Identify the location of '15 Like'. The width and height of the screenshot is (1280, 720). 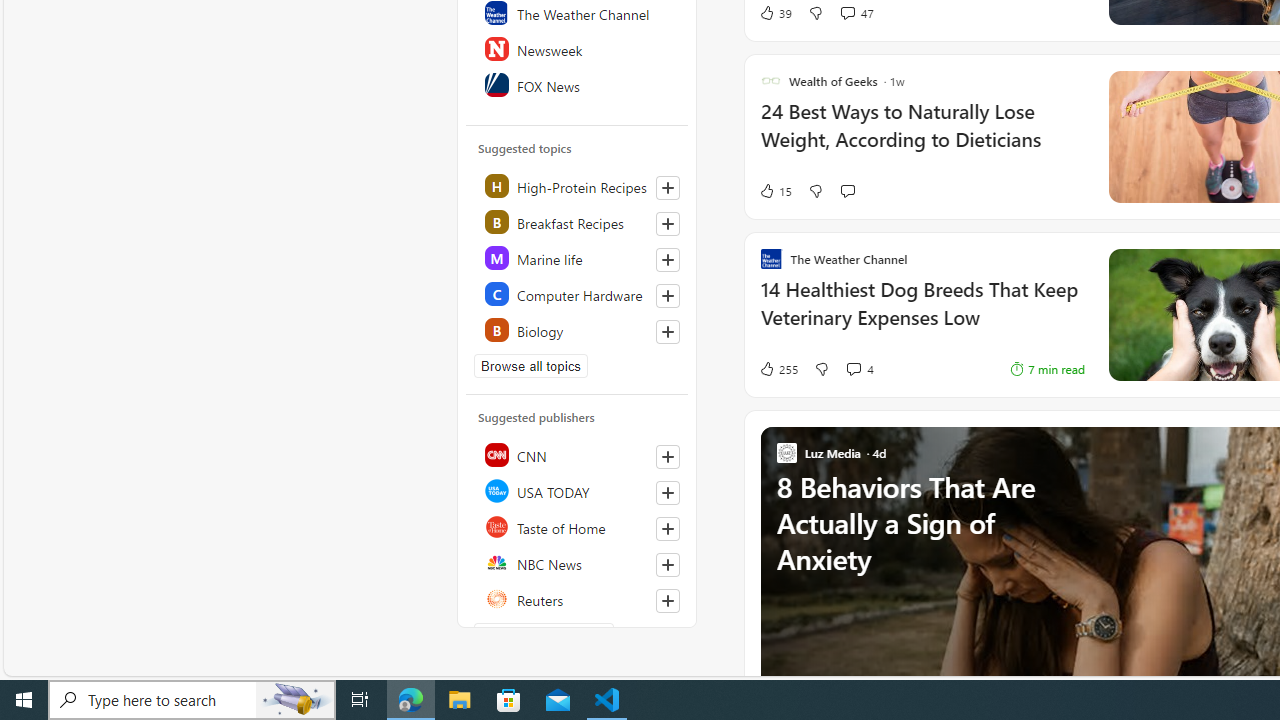
(774, 191).